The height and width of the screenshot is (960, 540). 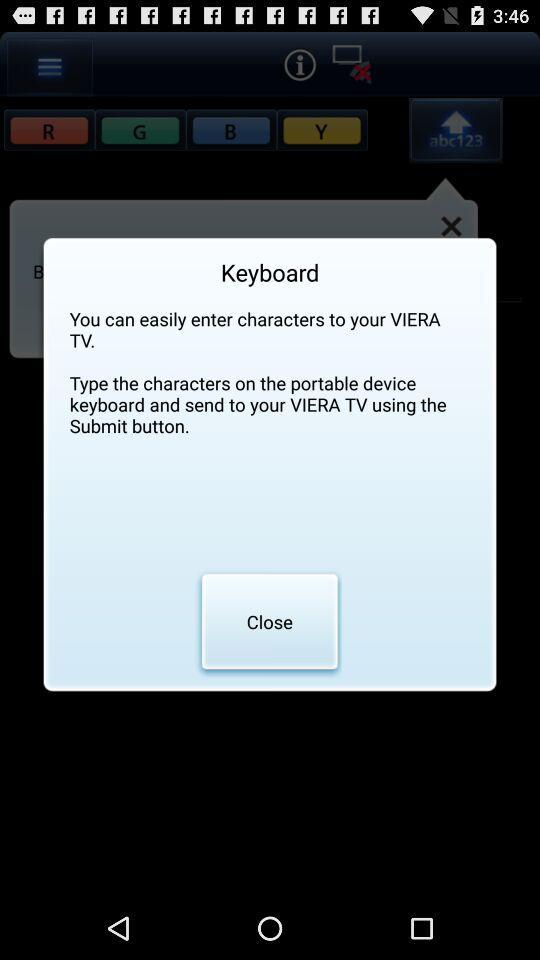 What do you see at coordinates (451, 240) in the screenshot?
I see `the close icon` at bounding box center [451, 240].